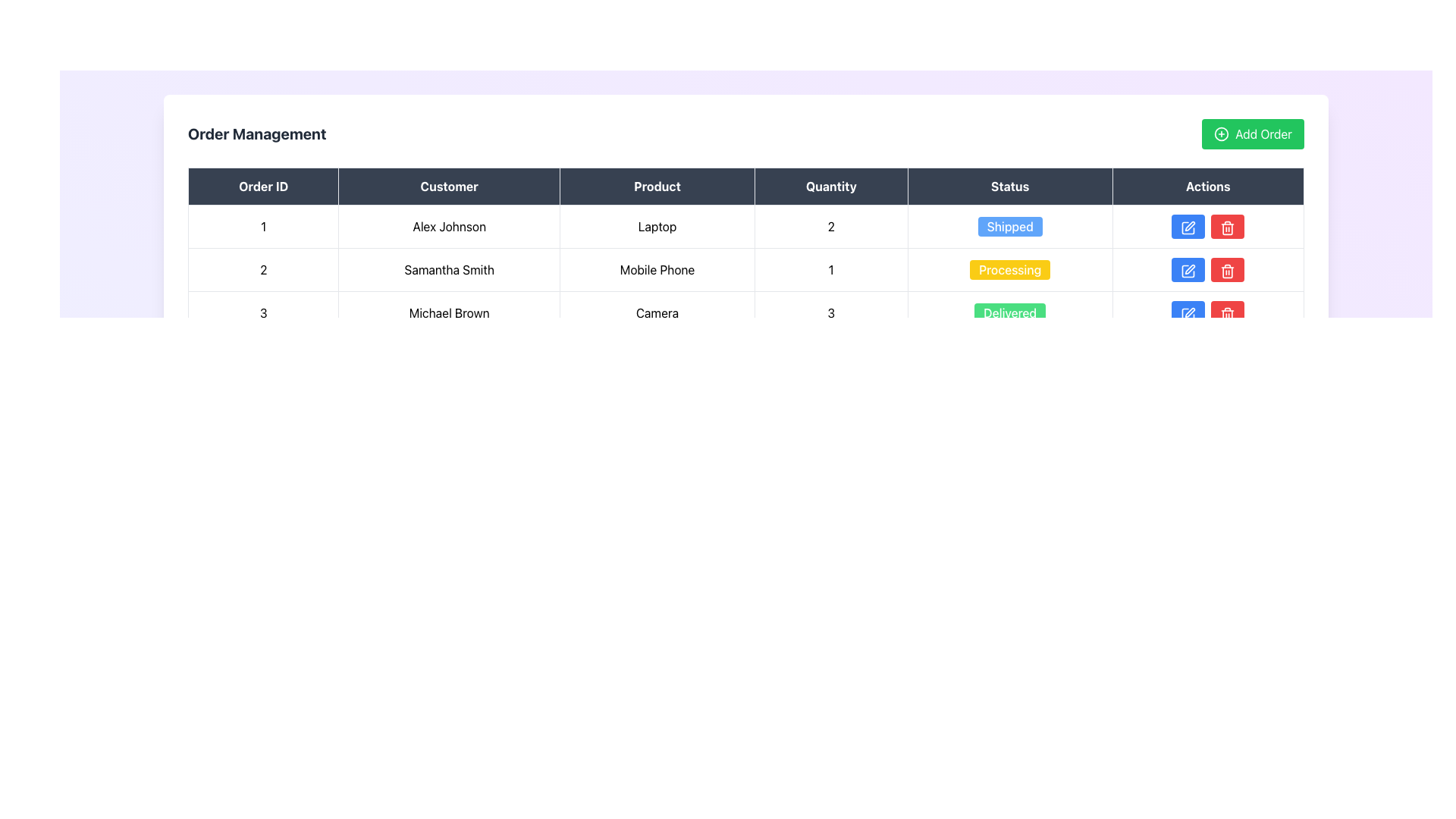 The width and height of the screenshot is (1456, 819). I want to click on the red-rounded background button with white text and a trash bin icon located in the 'Actions' column of the last row of the table, so click(1228, 312).